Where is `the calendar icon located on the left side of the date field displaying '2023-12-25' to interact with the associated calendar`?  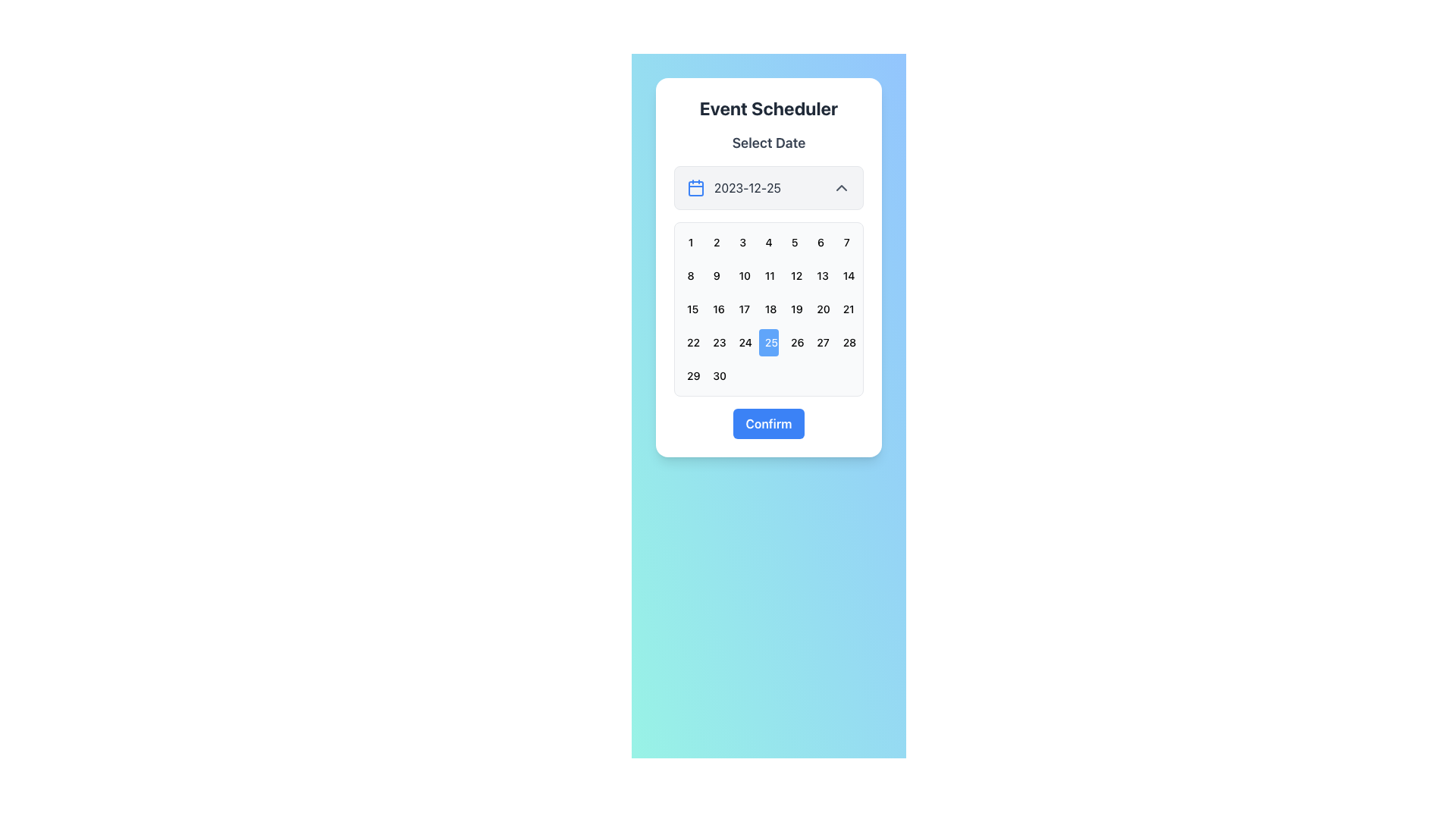 the calendar icon located on the left side of the date field displaying '2023-12-25' to interact with the associated calendar is located at coordinates (695, 187).